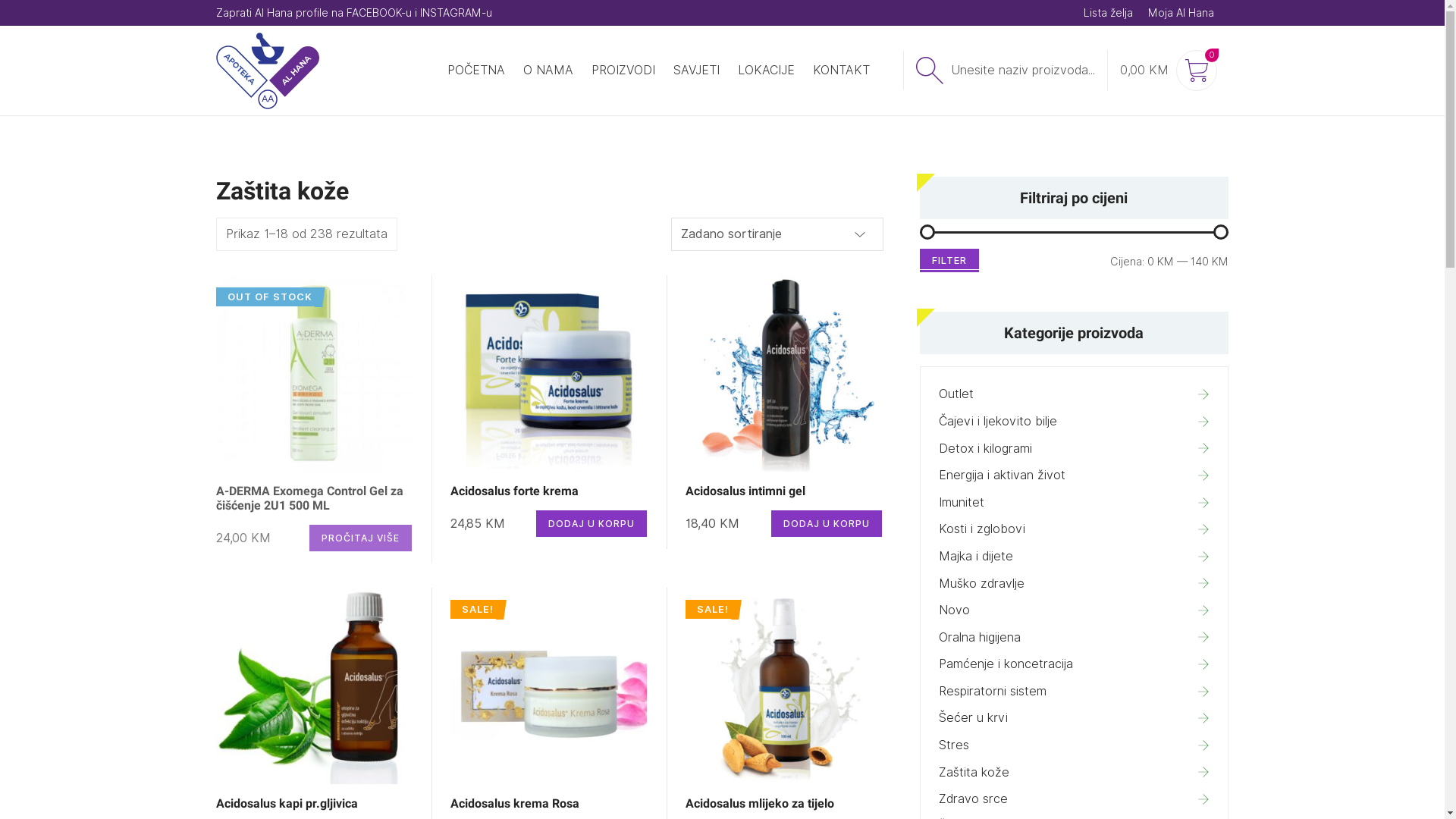 Image resolution: width=1456 pixels, height=819 pixels. Describe the element at coordinates (1147, 12) in the screenshot. I see `'Moja Al Hana'` at that location.